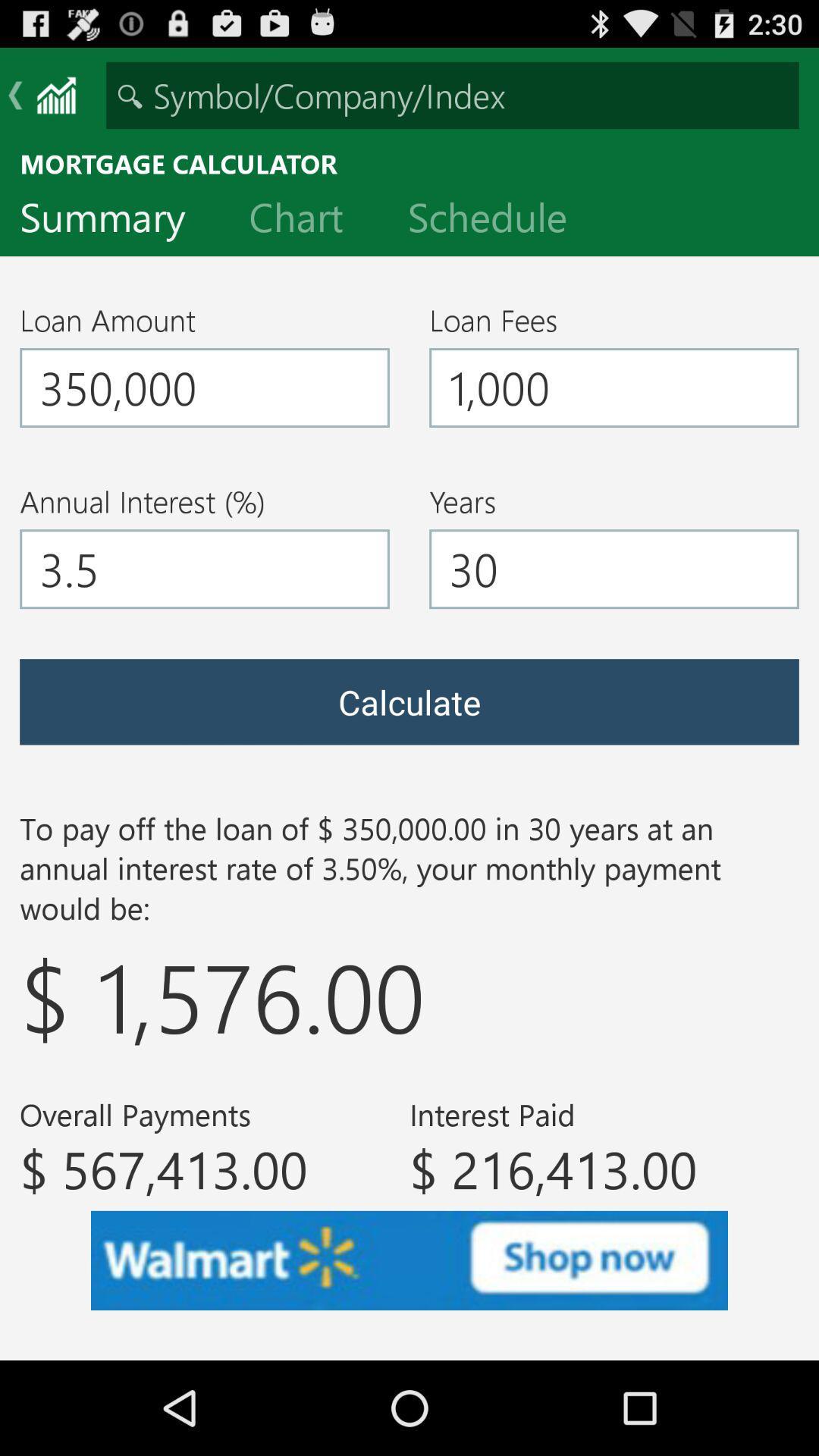  Describe the element at coordinates (307, 220) in the screenshot. I see `the icon next to summary item` at that location.